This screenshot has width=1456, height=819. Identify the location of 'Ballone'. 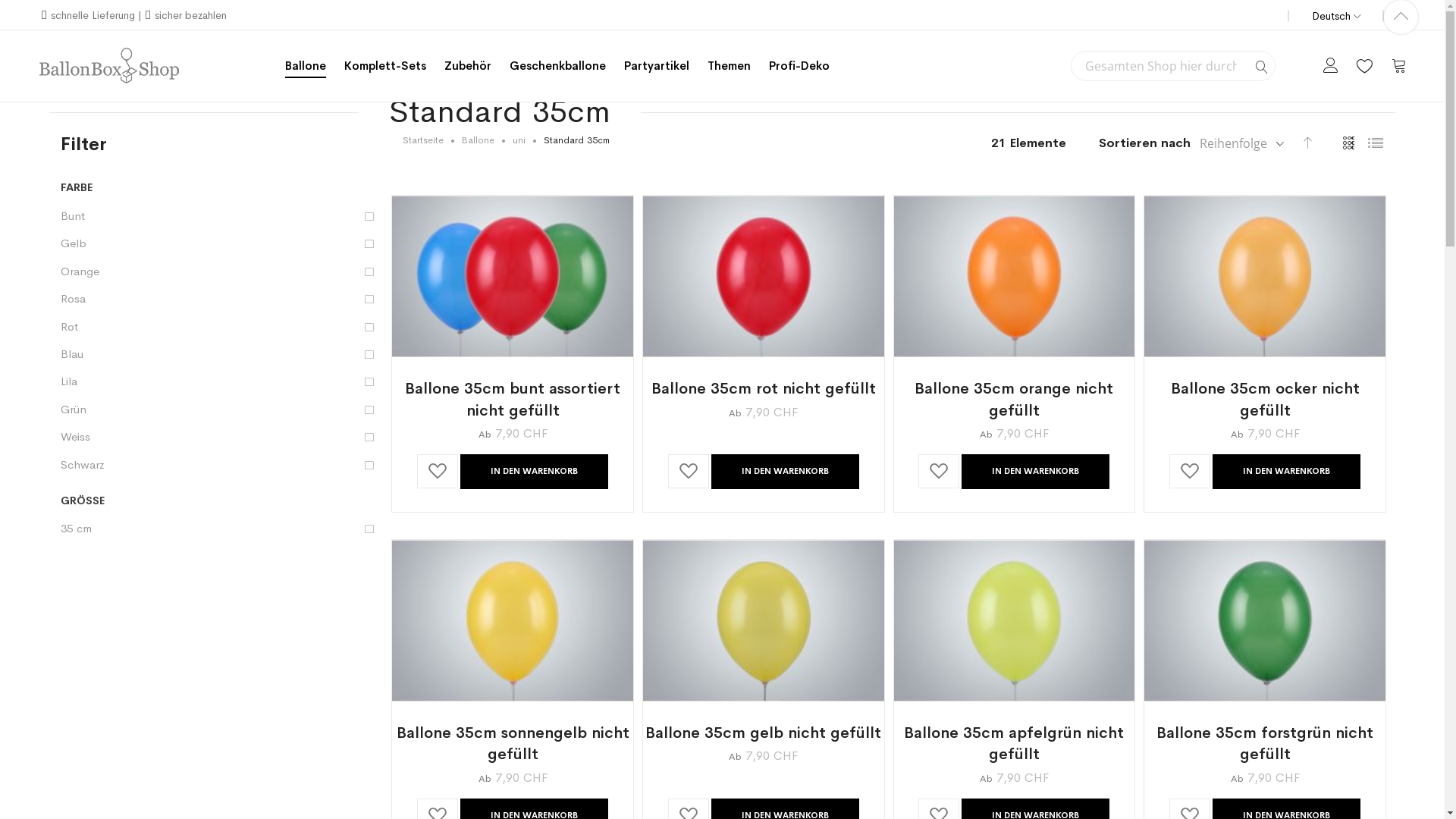
(477, 140).